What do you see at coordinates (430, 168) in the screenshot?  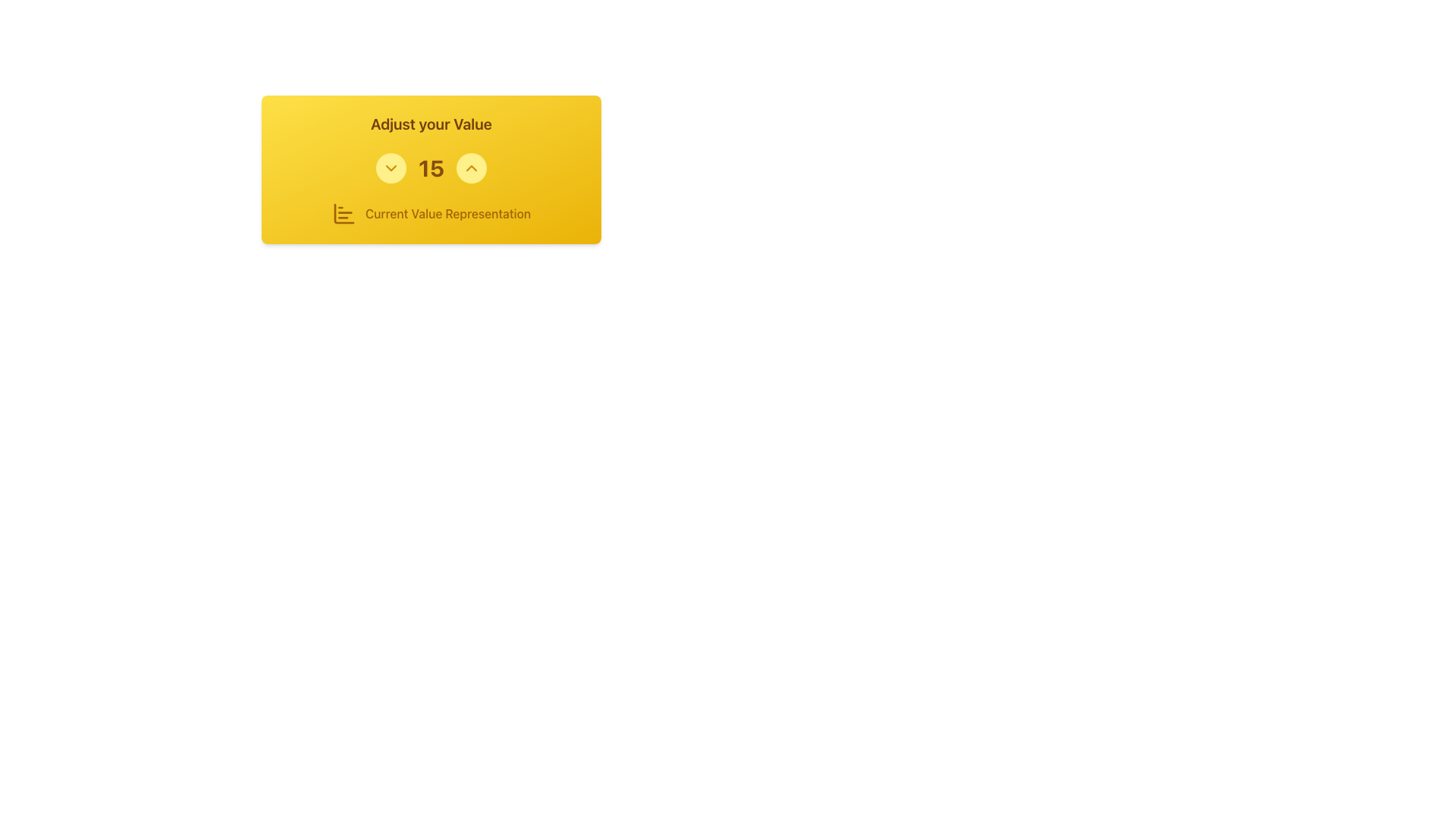 I see `the bold numeric value '15' displayed in a large font size and vibrant yellow color, located centrally within the yellow gradient card titled 'Adjust your Value'` at bounding box center [430, 168].